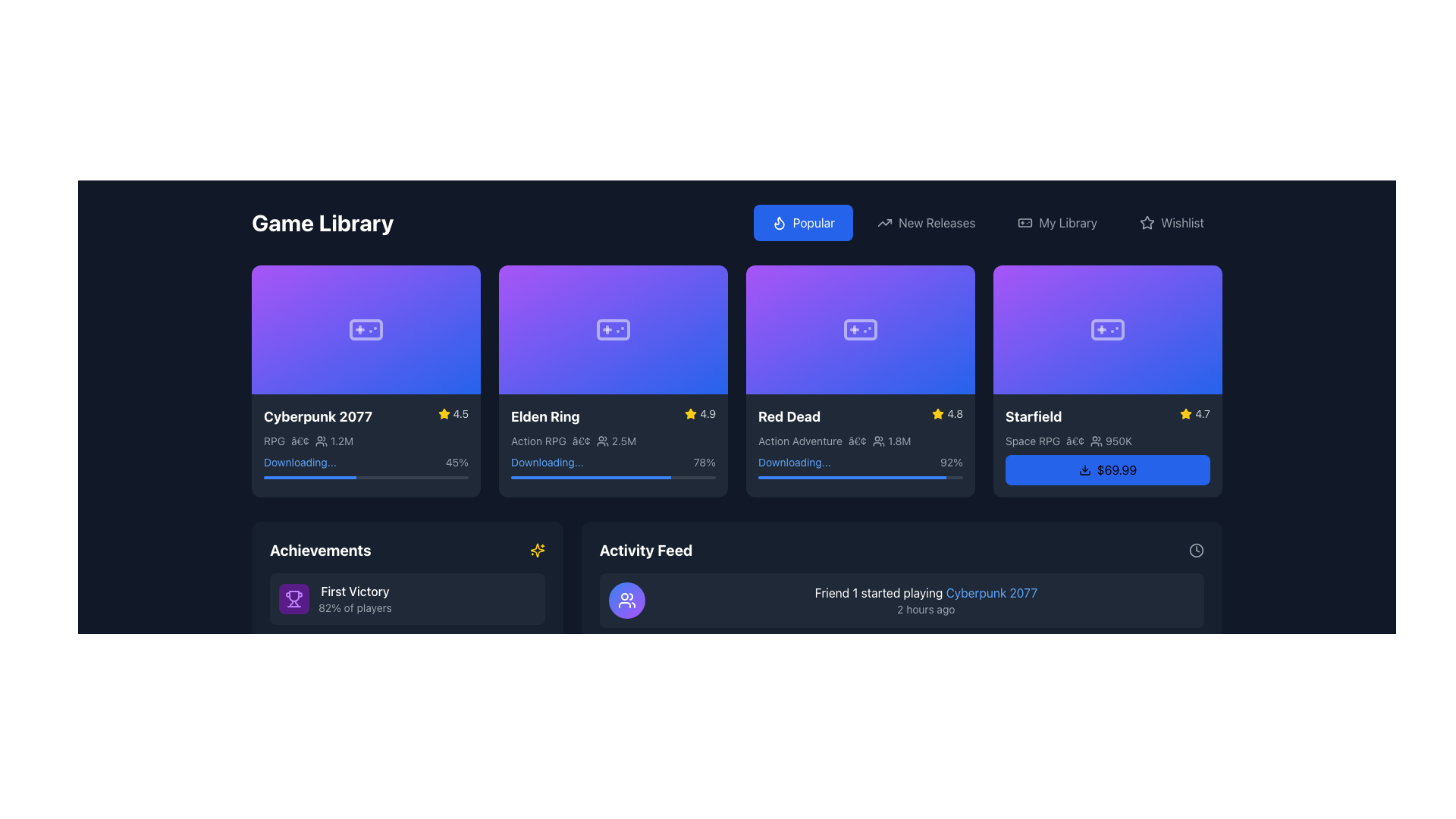 This screenshot has height=819, width=1456. Describe the element at coordinates (294, 598) in the screenshot. I see `the stylized purple trophy icon located in the Achievements section, which is the only decorative icon above the achievement text` at that location.